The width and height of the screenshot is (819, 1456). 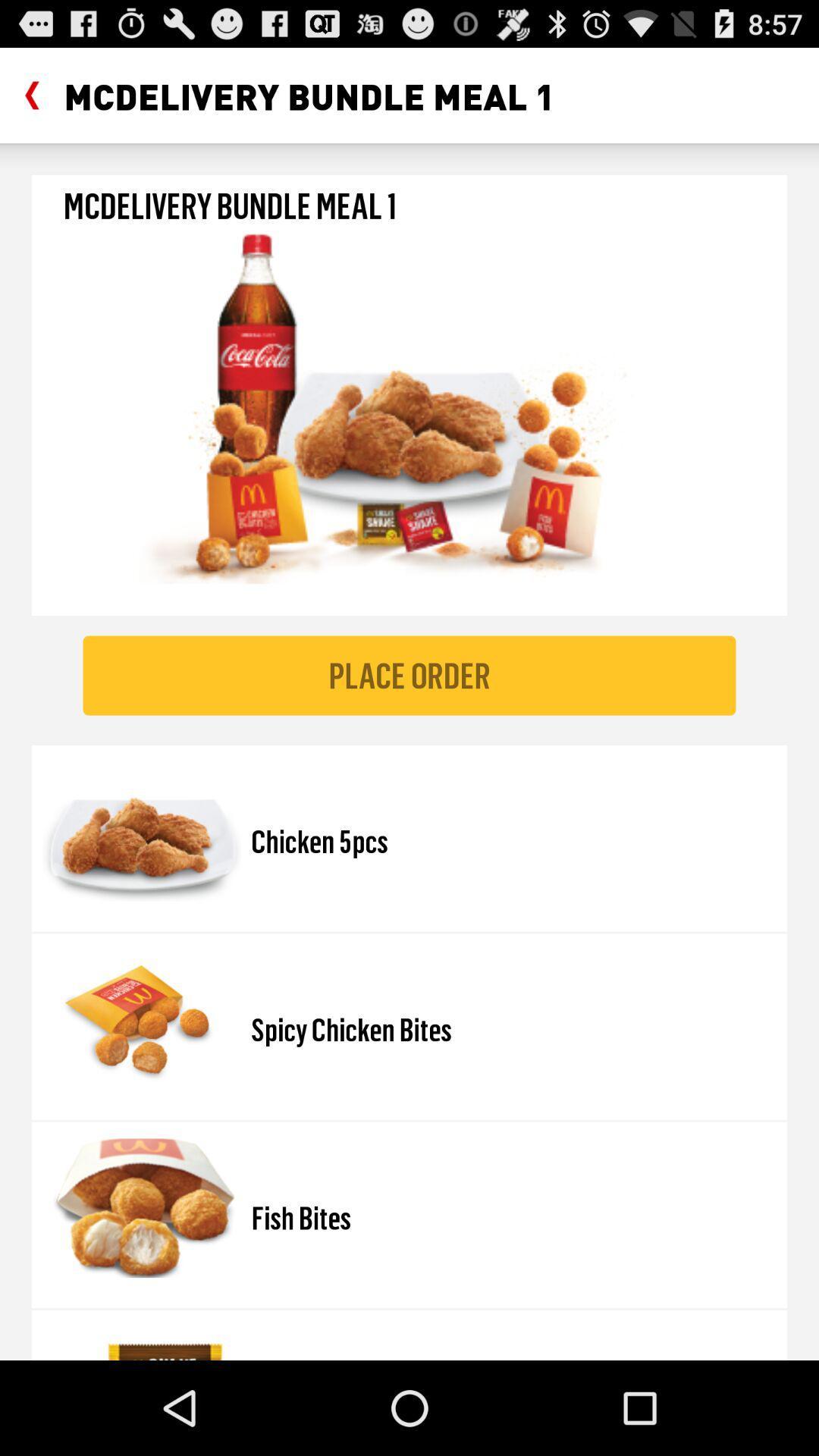 I want to click on image which is left side of chicken 5pcs, so click(x=141, y=831).